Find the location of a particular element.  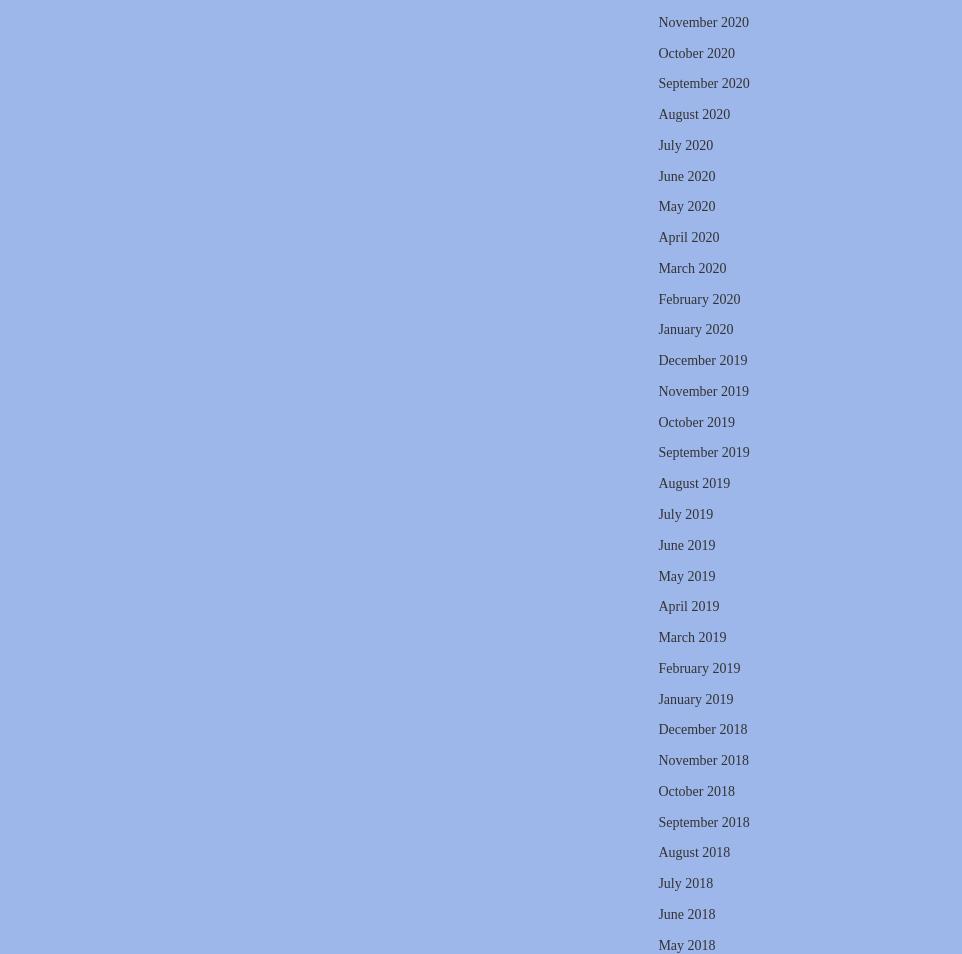

'August 2019' is located at coordinates (692, 482).